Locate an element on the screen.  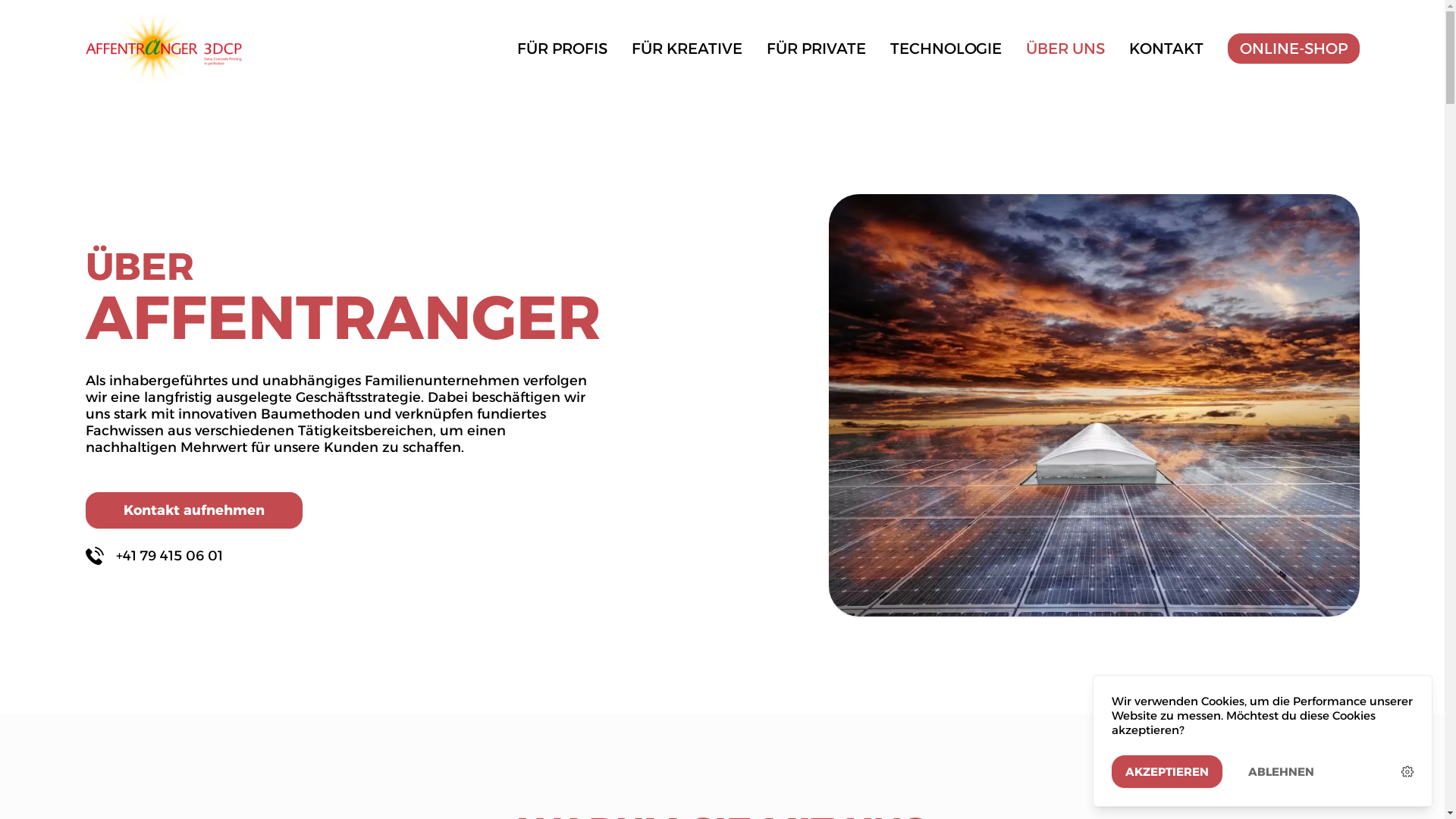
'AKZEPTIEREN' is located at coordinates (1166, 771).